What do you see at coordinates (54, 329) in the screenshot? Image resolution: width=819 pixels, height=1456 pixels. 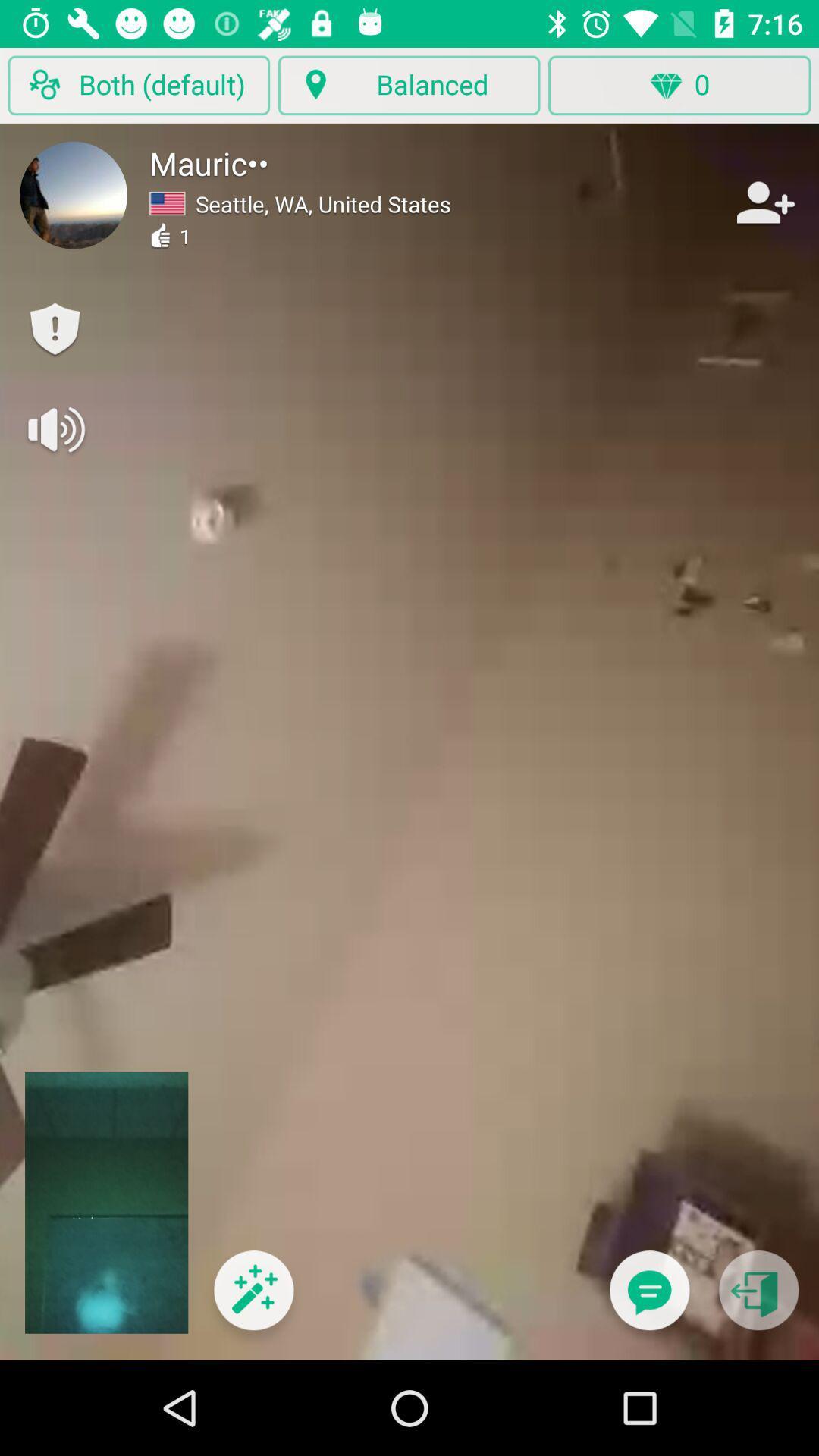 I see `the warning icon` at bounding box center [54, 329].